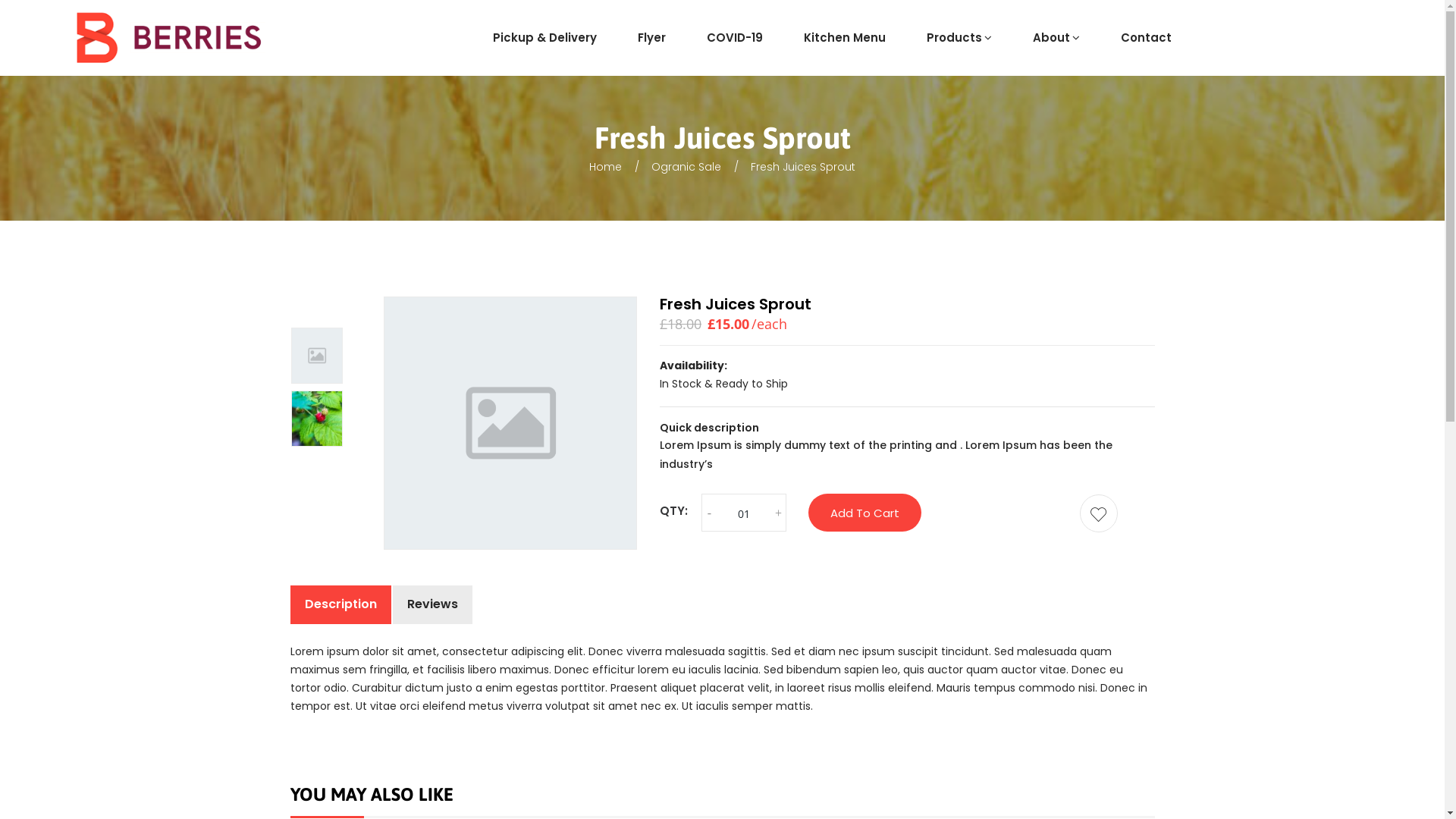  Describe the element at coordinates (771, 513) in the screenshot. I see `'+'` at that location.